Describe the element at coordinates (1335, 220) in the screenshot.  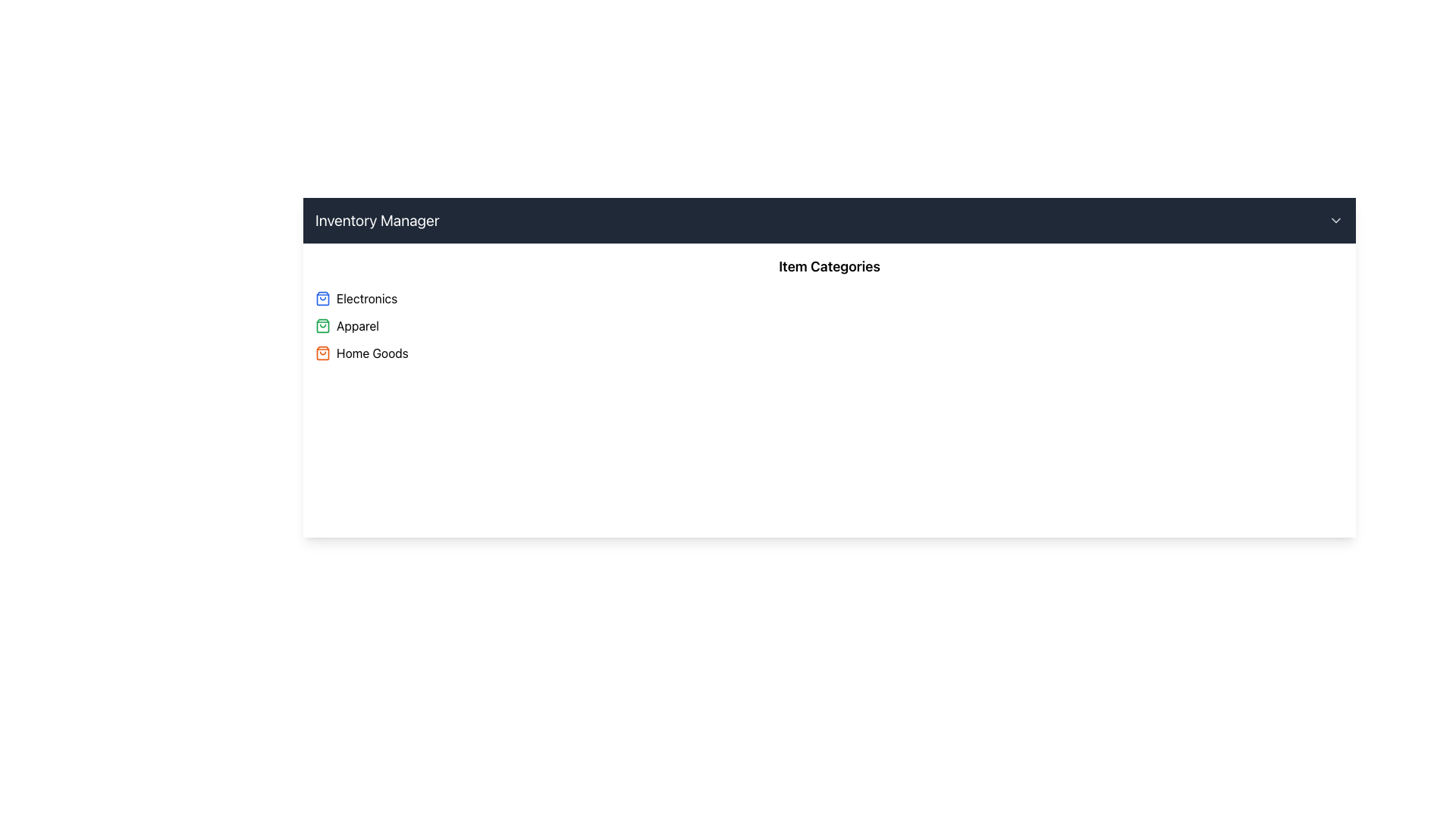
I see `the button located at the far right of the header bar` at that location.